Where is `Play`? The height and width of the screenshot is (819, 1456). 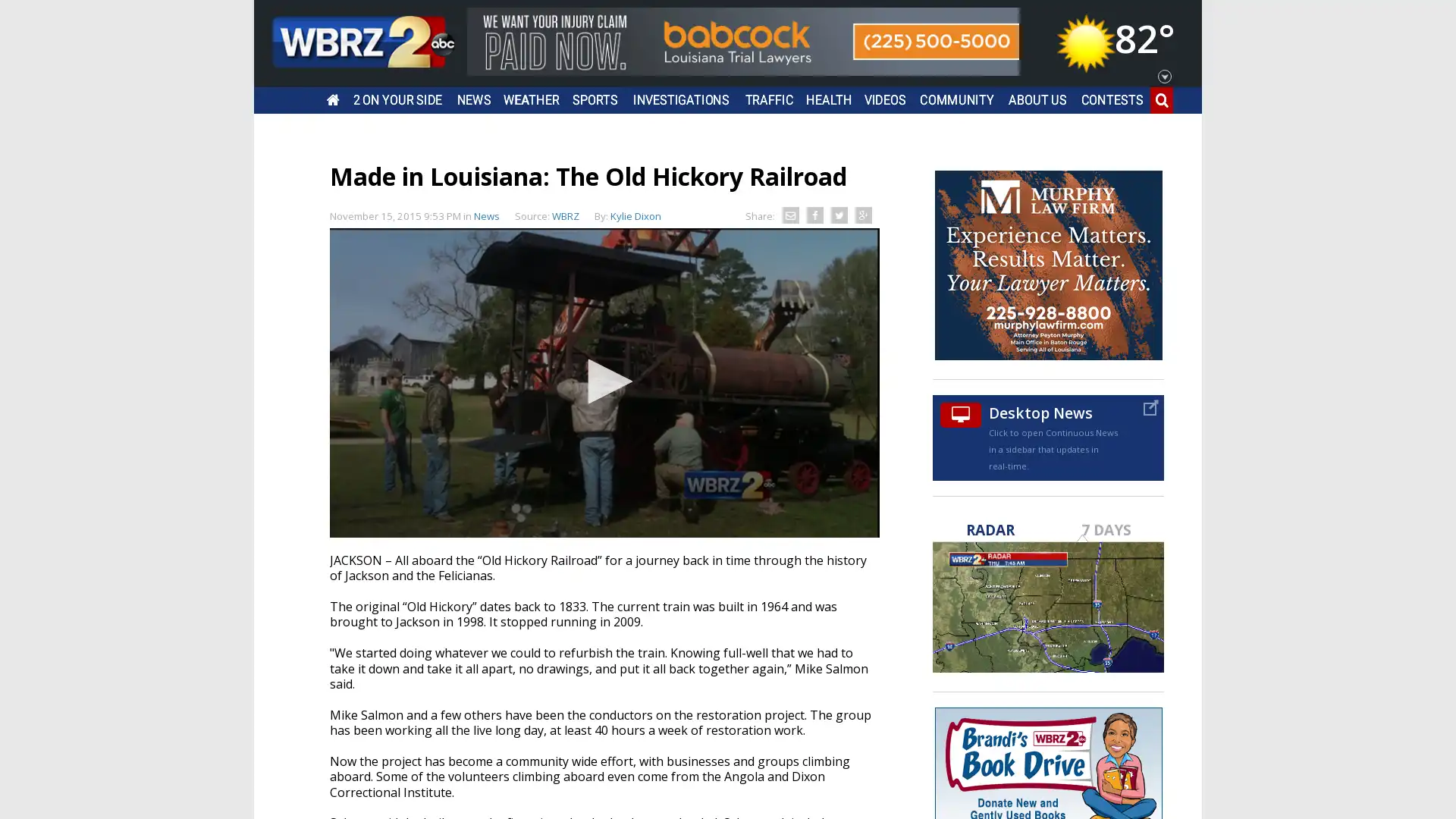 Play is located at coordinates (603, 380).